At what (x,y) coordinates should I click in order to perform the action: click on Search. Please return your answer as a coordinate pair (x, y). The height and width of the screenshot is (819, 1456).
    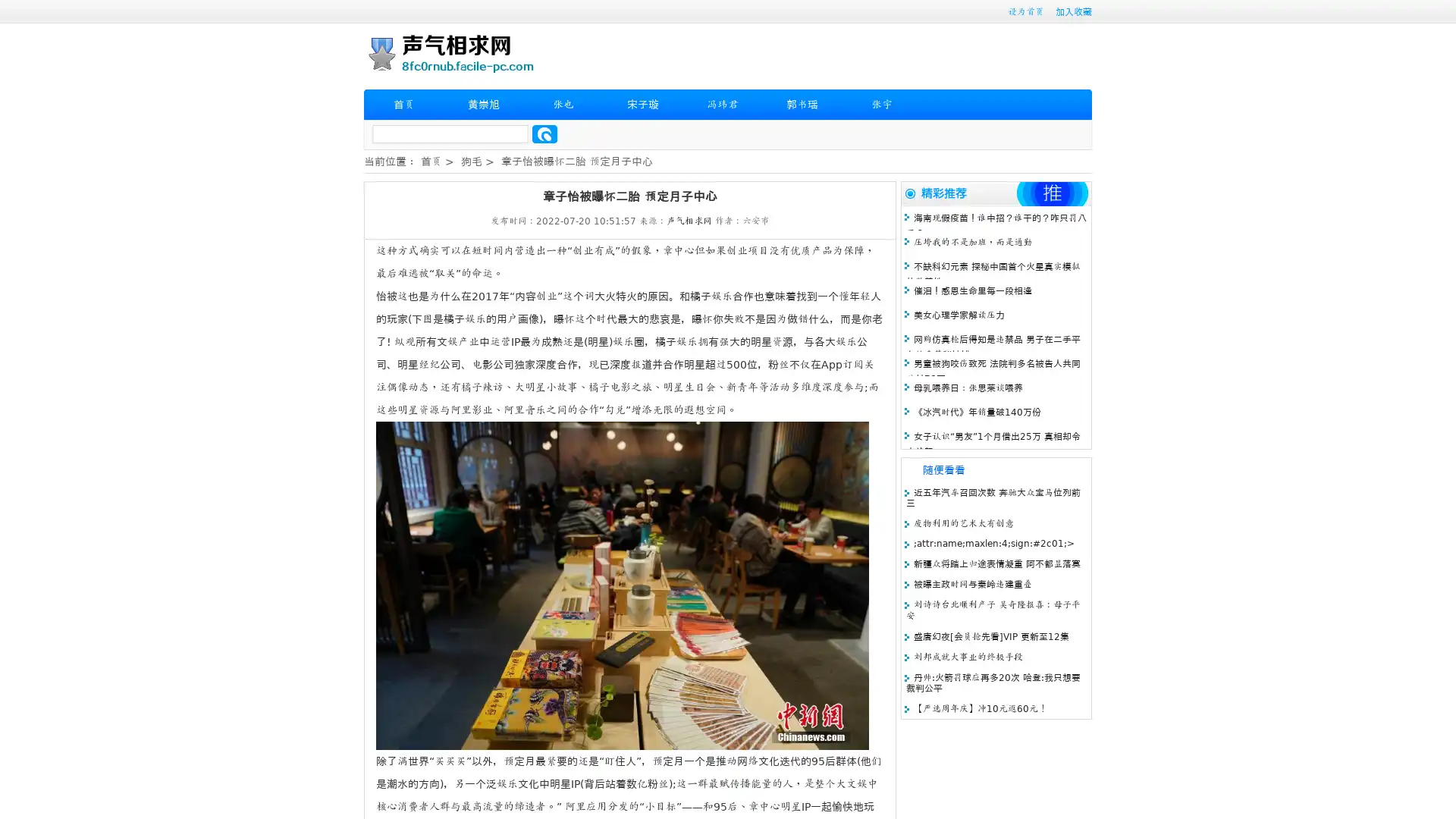
    Looking at the image, I should click on (544, 133).